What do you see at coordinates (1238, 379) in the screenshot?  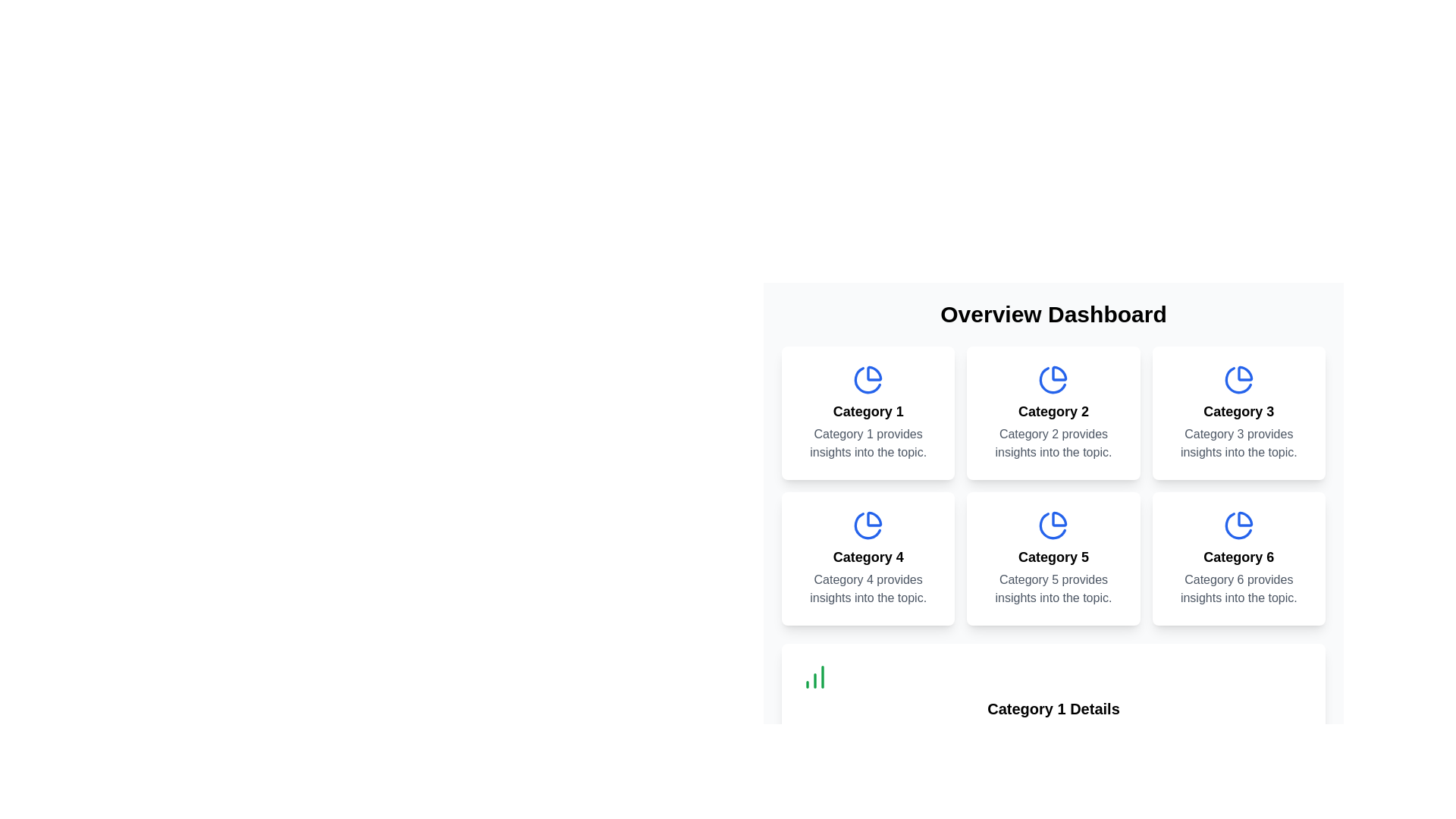 I see `the icon representing the card labeled 'Category 3', which is positioned at the top of the card, centered horizontally and located in the third position of the top row` at bounding box center [1238, 379].